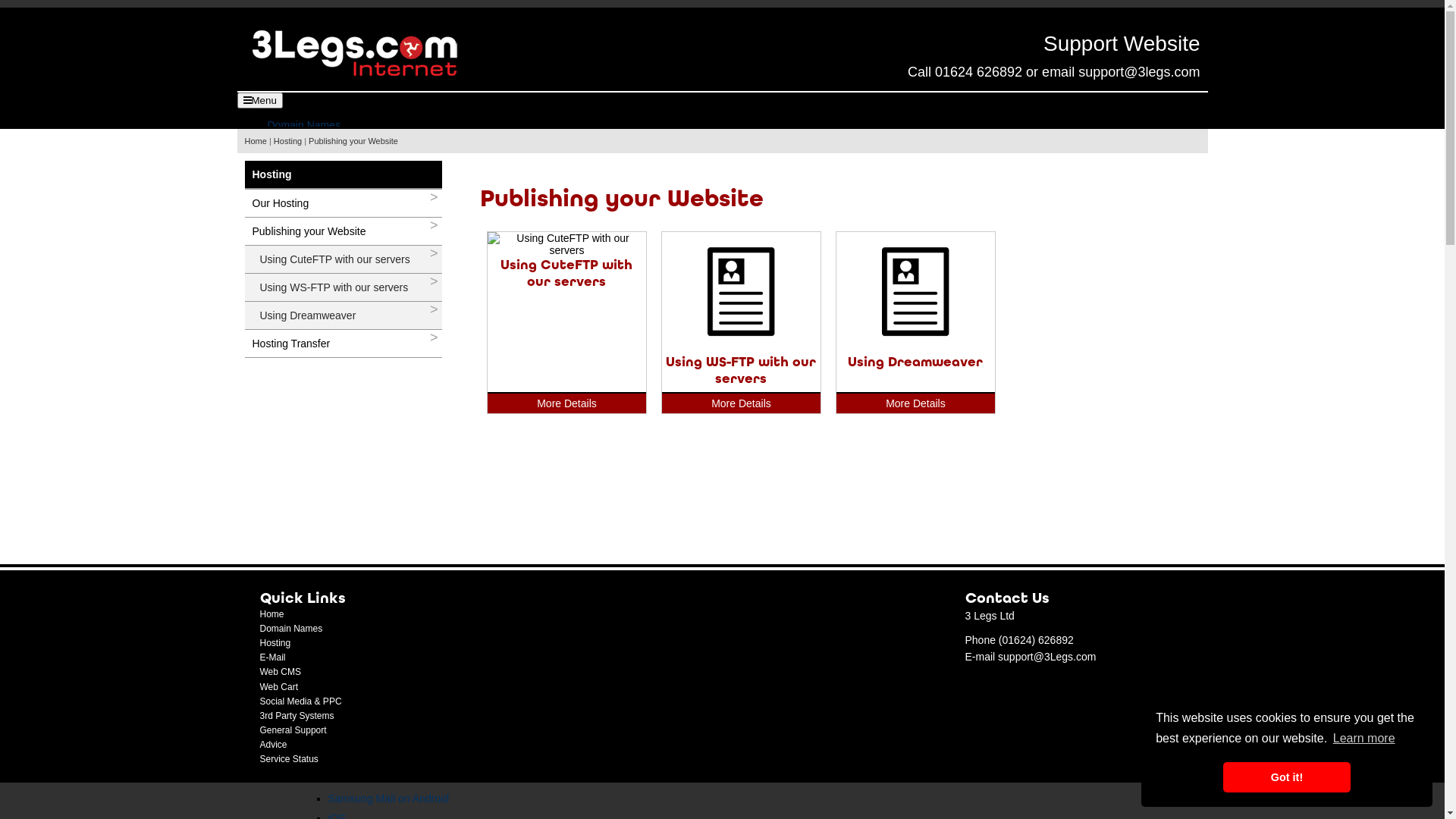 The width and height of the screenshot is (1456, 819). Describe the element at coordinates (327, 169) in the screenshot. I see `'Terms of Registration'` at that location.